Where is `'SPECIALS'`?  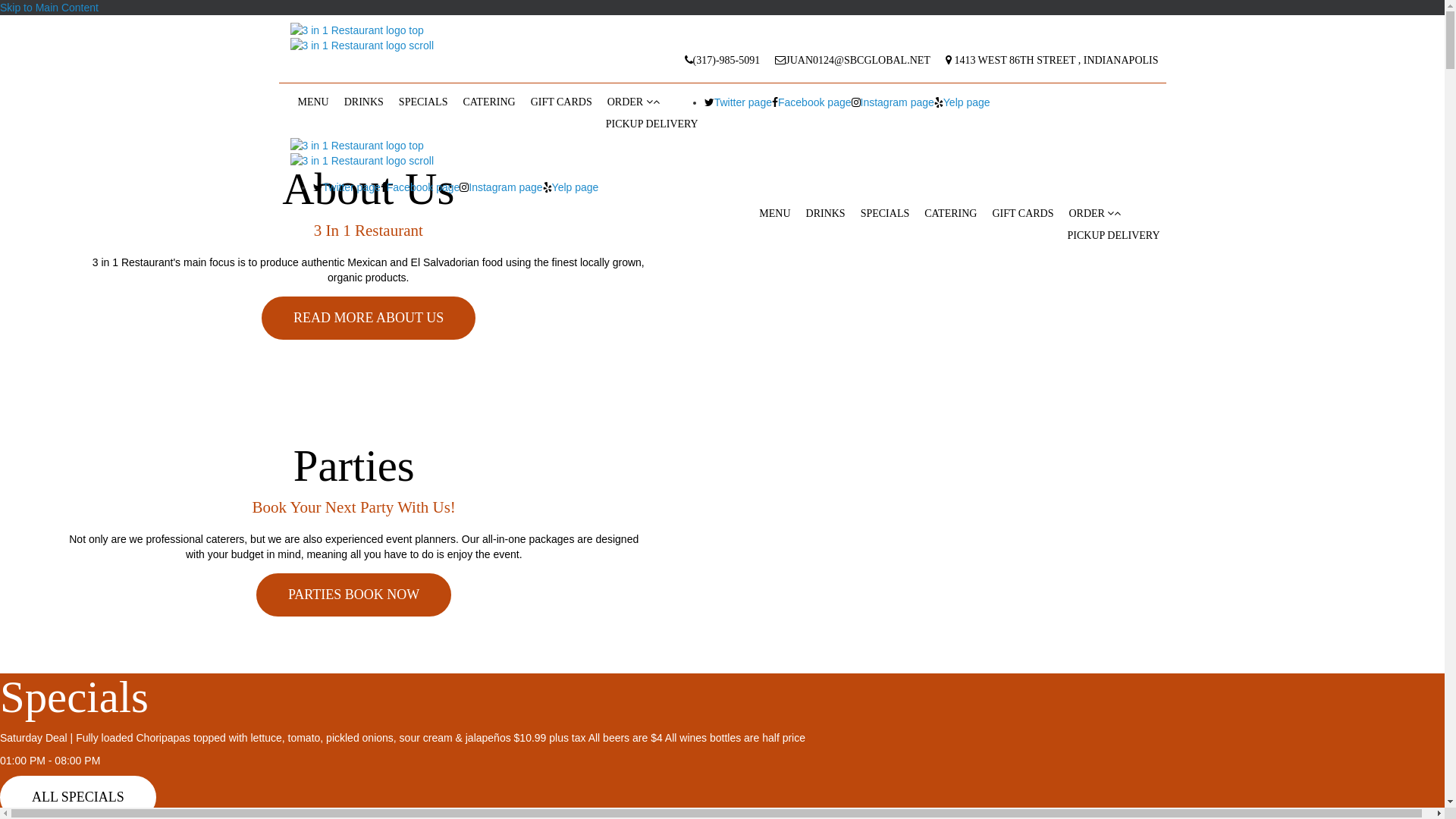 'SPECIALS' is located at coordinates (391, 102).